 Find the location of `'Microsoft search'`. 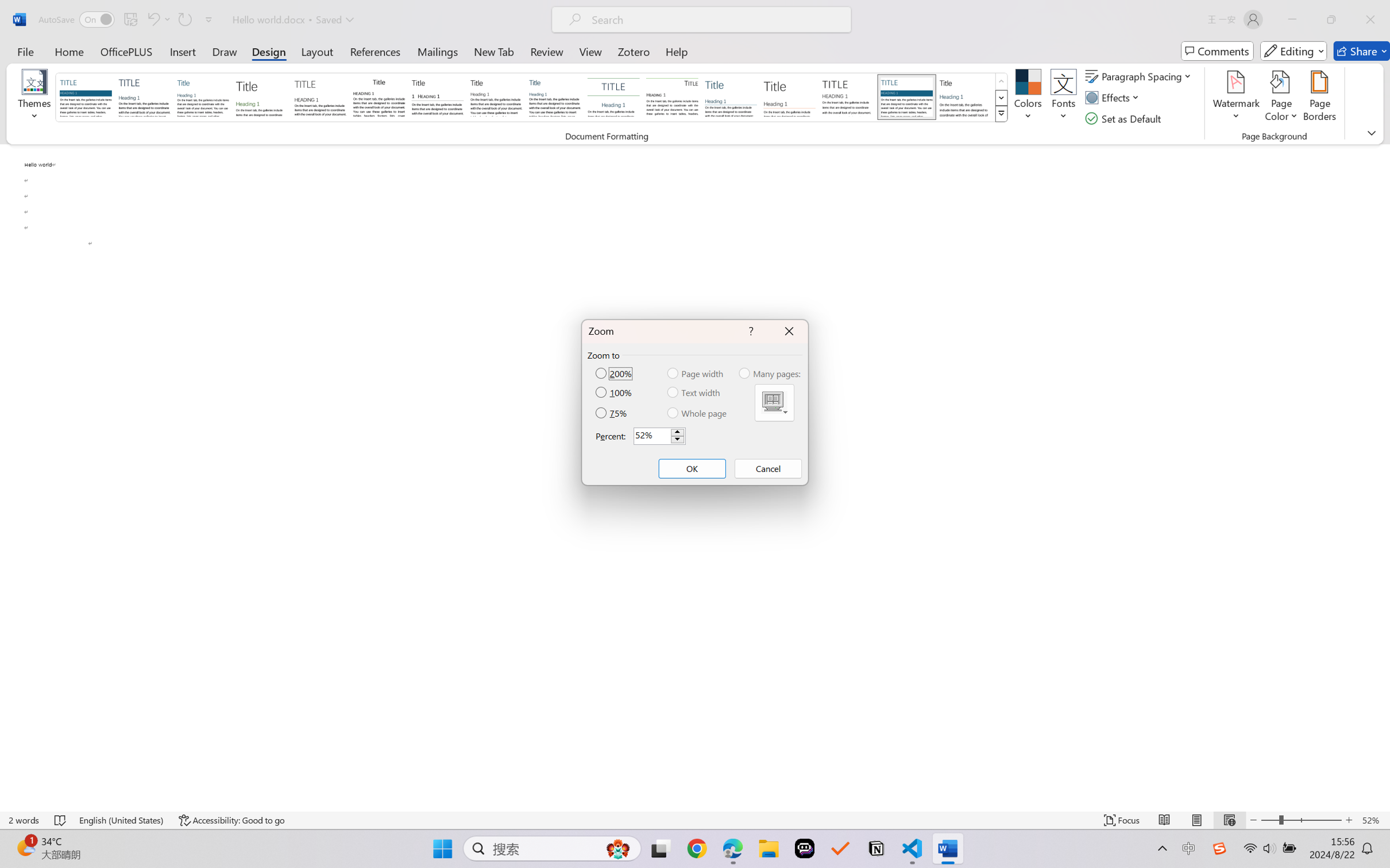

'Microsoft search' is located at coordinates (716, 19).